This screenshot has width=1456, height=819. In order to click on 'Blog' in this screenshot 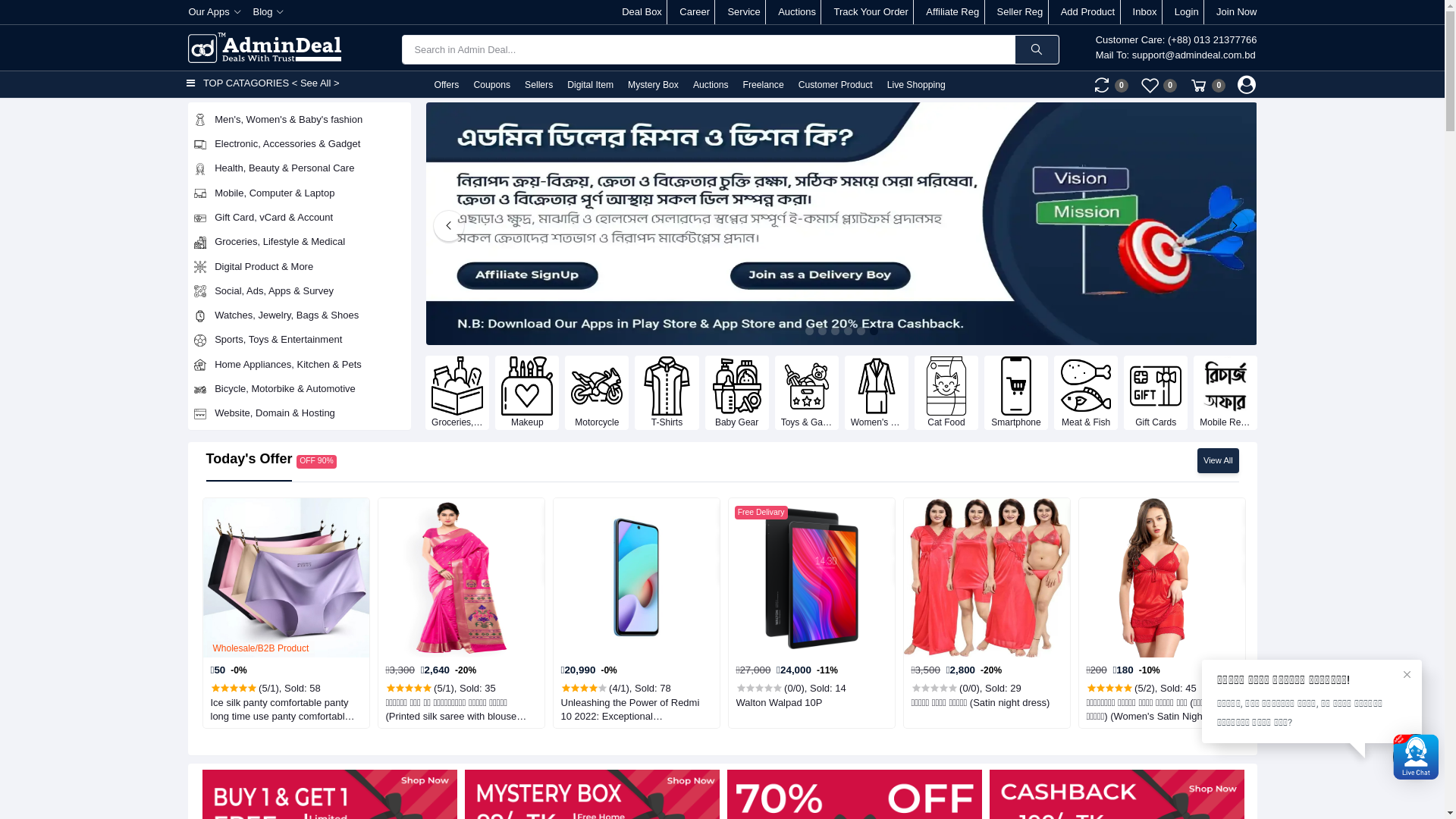, I will do `click(268, 11)`.